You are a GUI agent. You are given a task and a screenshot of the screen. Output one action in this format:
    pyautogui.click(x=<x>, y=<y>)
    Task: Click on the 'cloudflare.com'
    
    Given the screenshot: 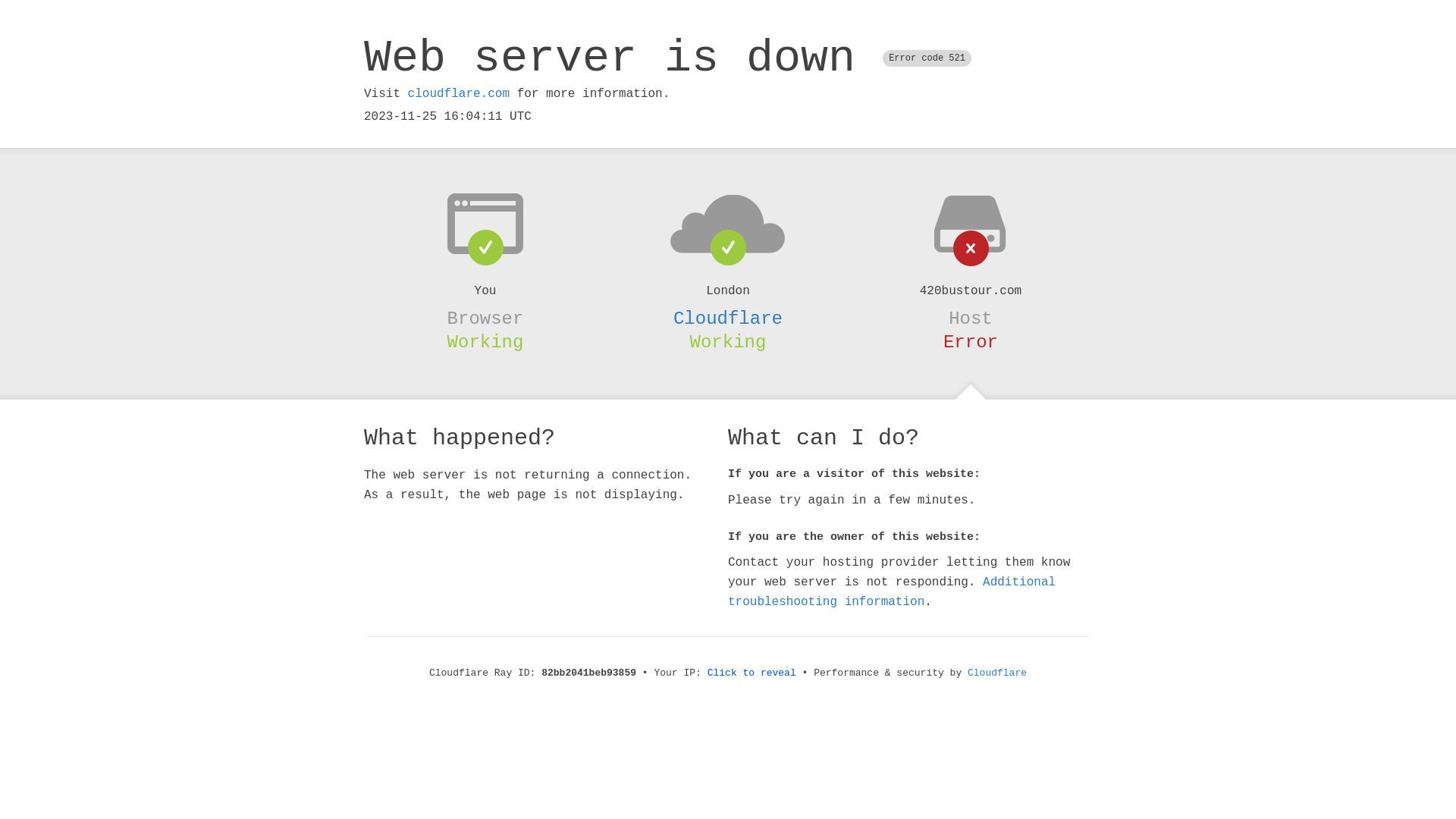 What is the action you would take?
    pyautogui.click(x=457, y=93)
    